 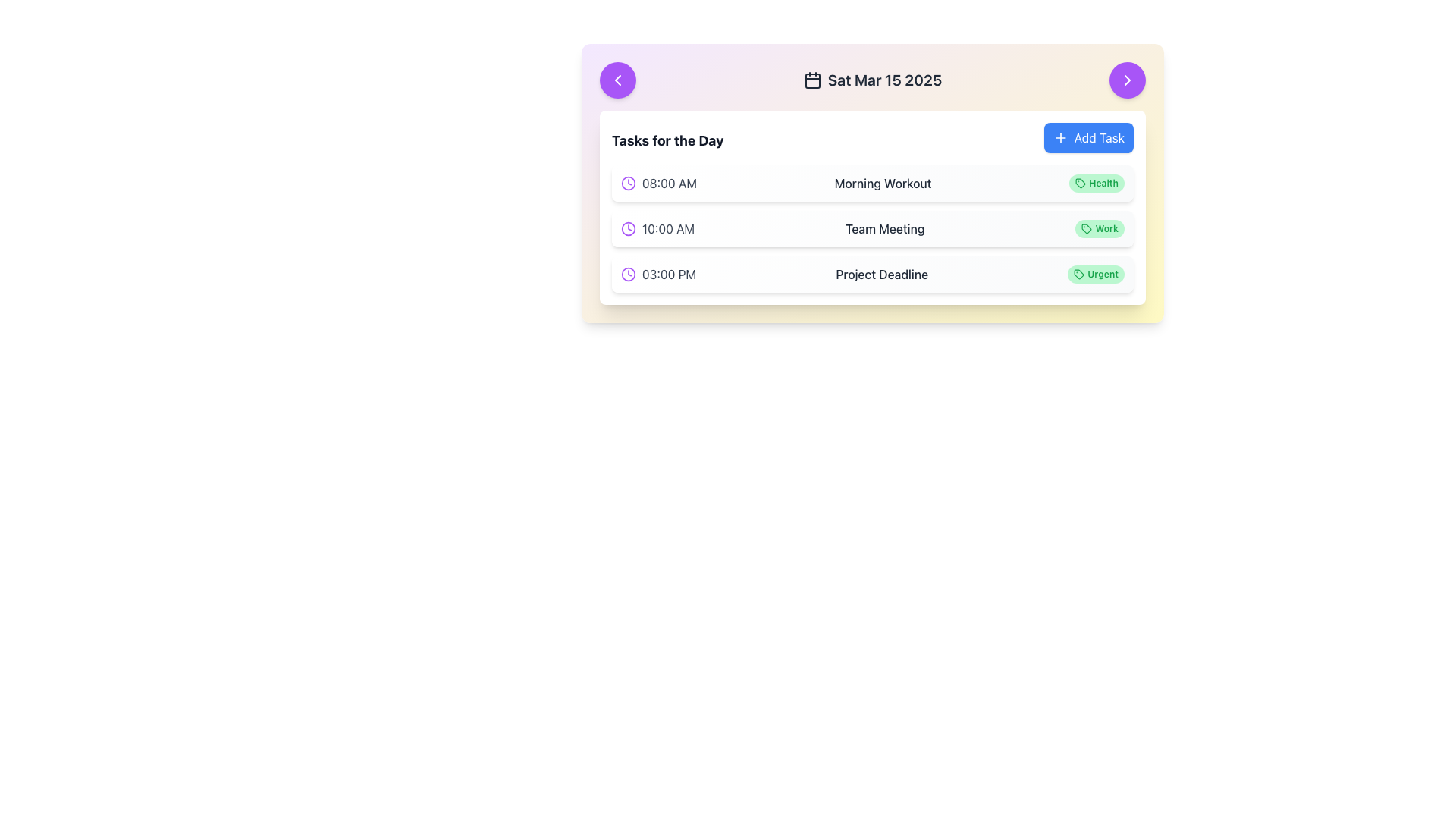 I want to click on the back navigation button located on the far-left side of the header section to observe its hover effects, so click(x=618, y=80).